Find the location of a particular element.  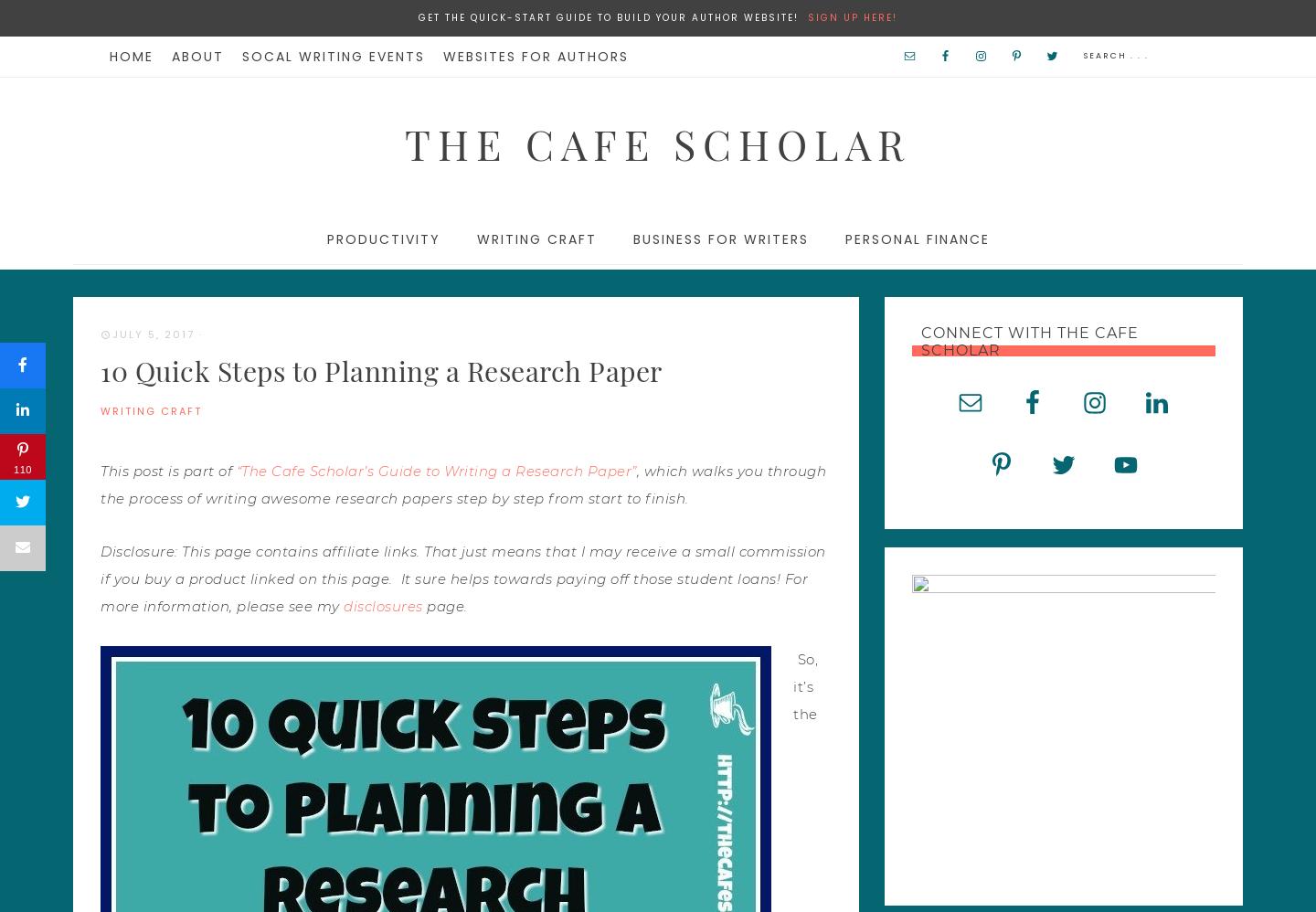

'Sign Up Here!' is located at coordinates (852, 17).